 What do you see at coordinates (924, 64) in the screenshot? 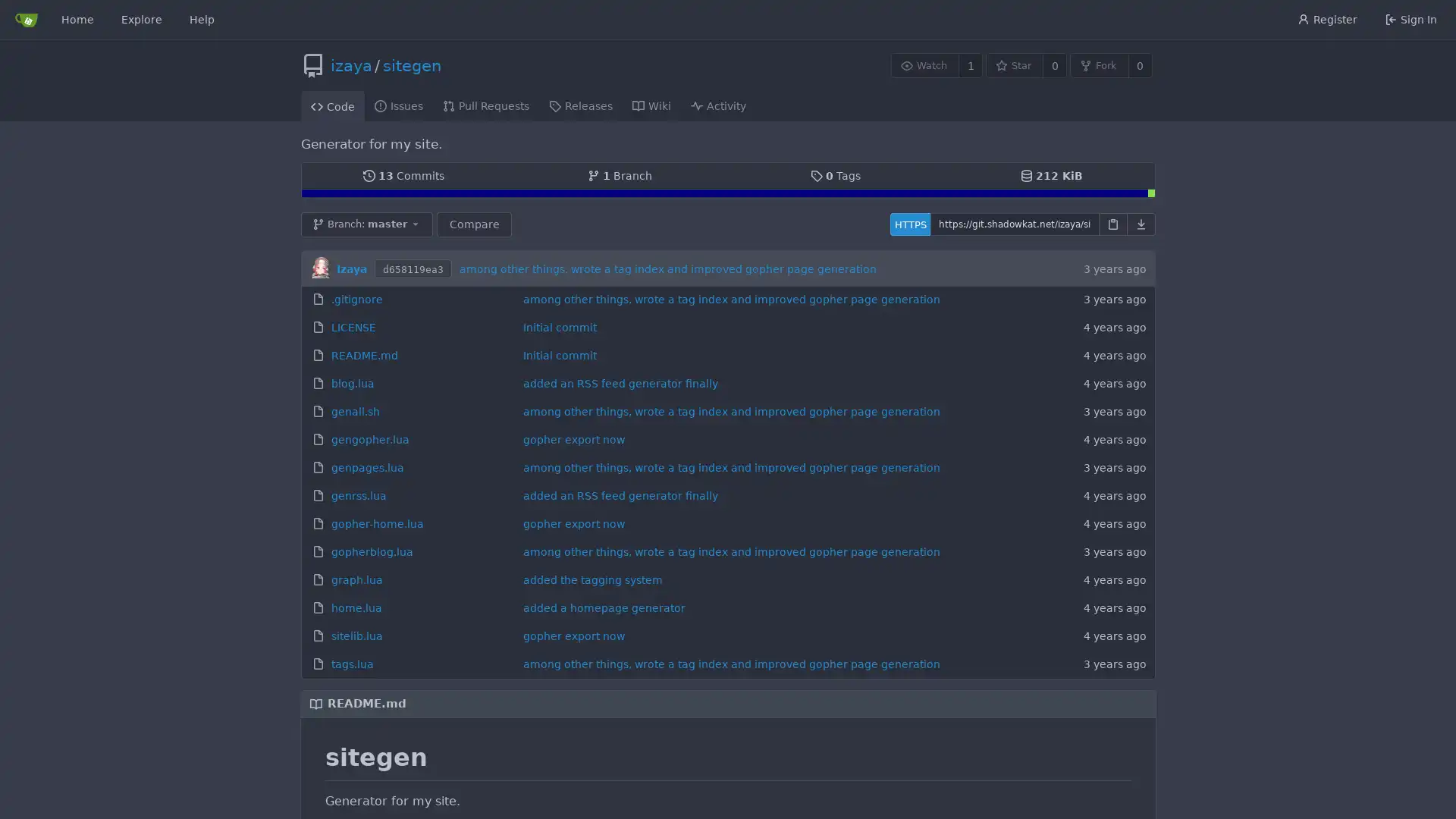
I see `Watch` at bounding box center [924, 64].